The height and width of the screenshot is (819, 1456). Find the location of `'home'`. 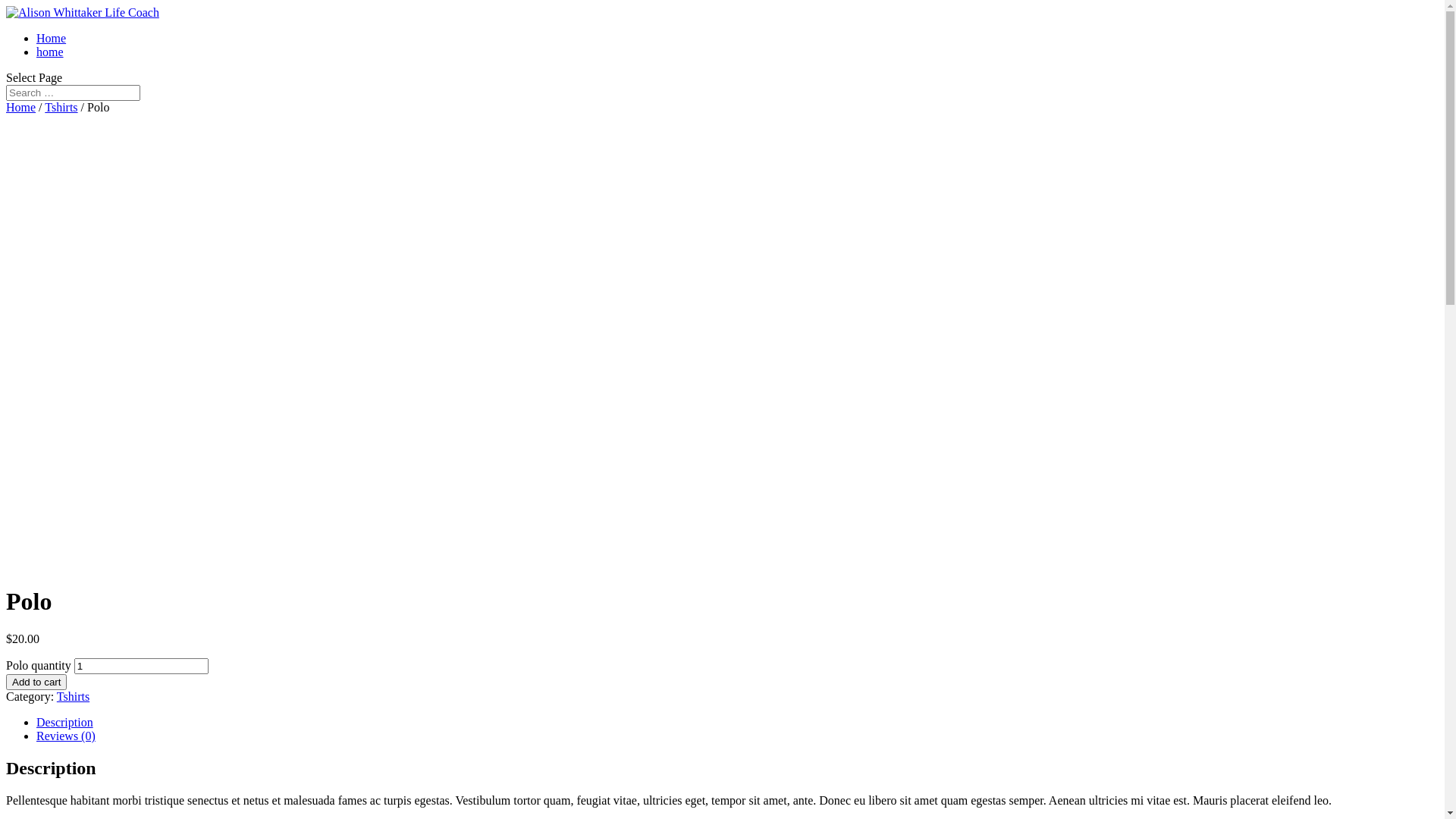

'home' is located at coordinates (50, 51).